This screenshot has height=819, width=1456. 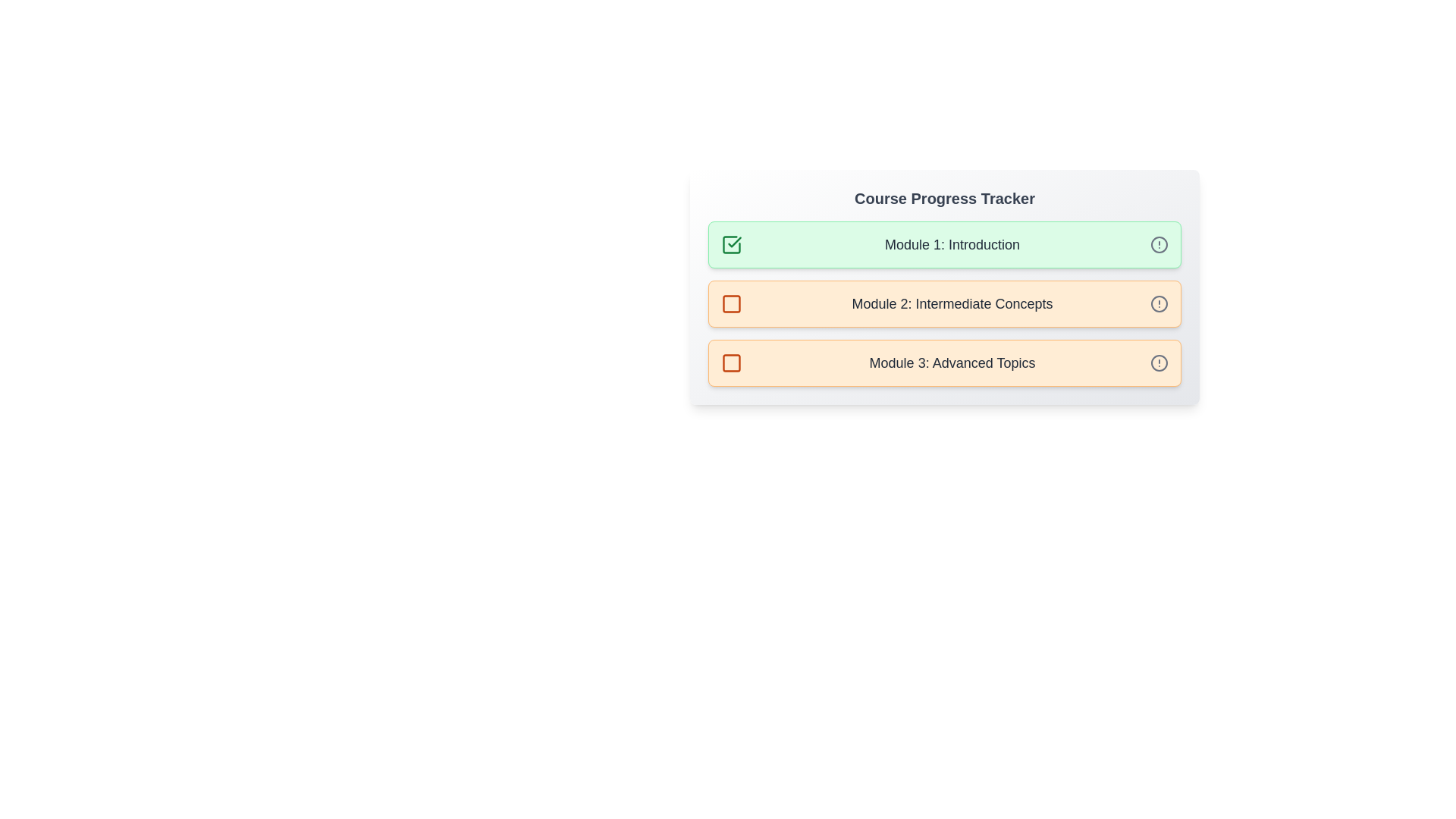 I want to click on the informational icon for module 3, so click(x=1159, y=362).